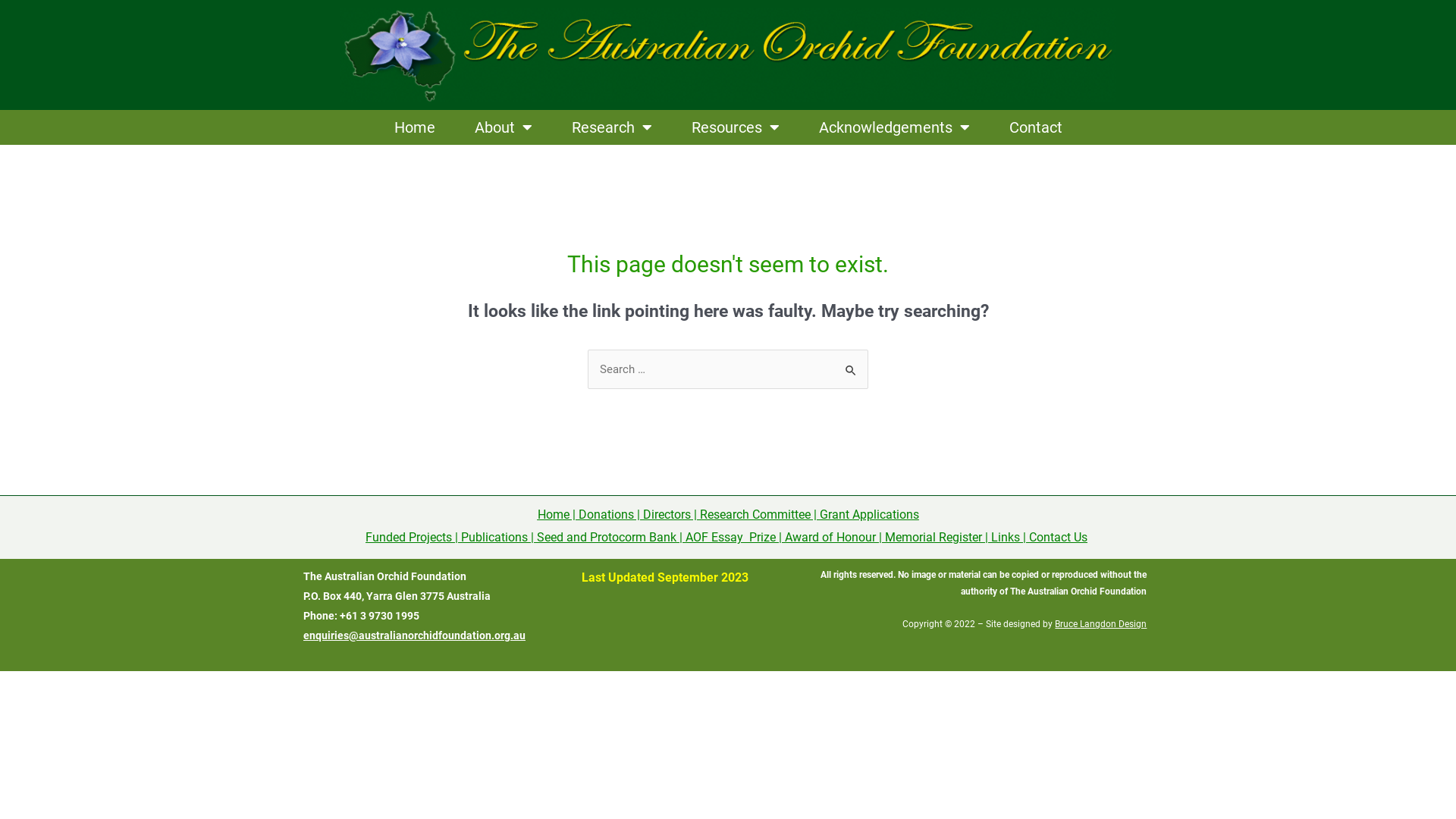 The image size is (1456, 819). What do you see at coordinates (1057, 536) in the screenshot?
I see `'Contact Us'` at bounding box center [1057, 536].